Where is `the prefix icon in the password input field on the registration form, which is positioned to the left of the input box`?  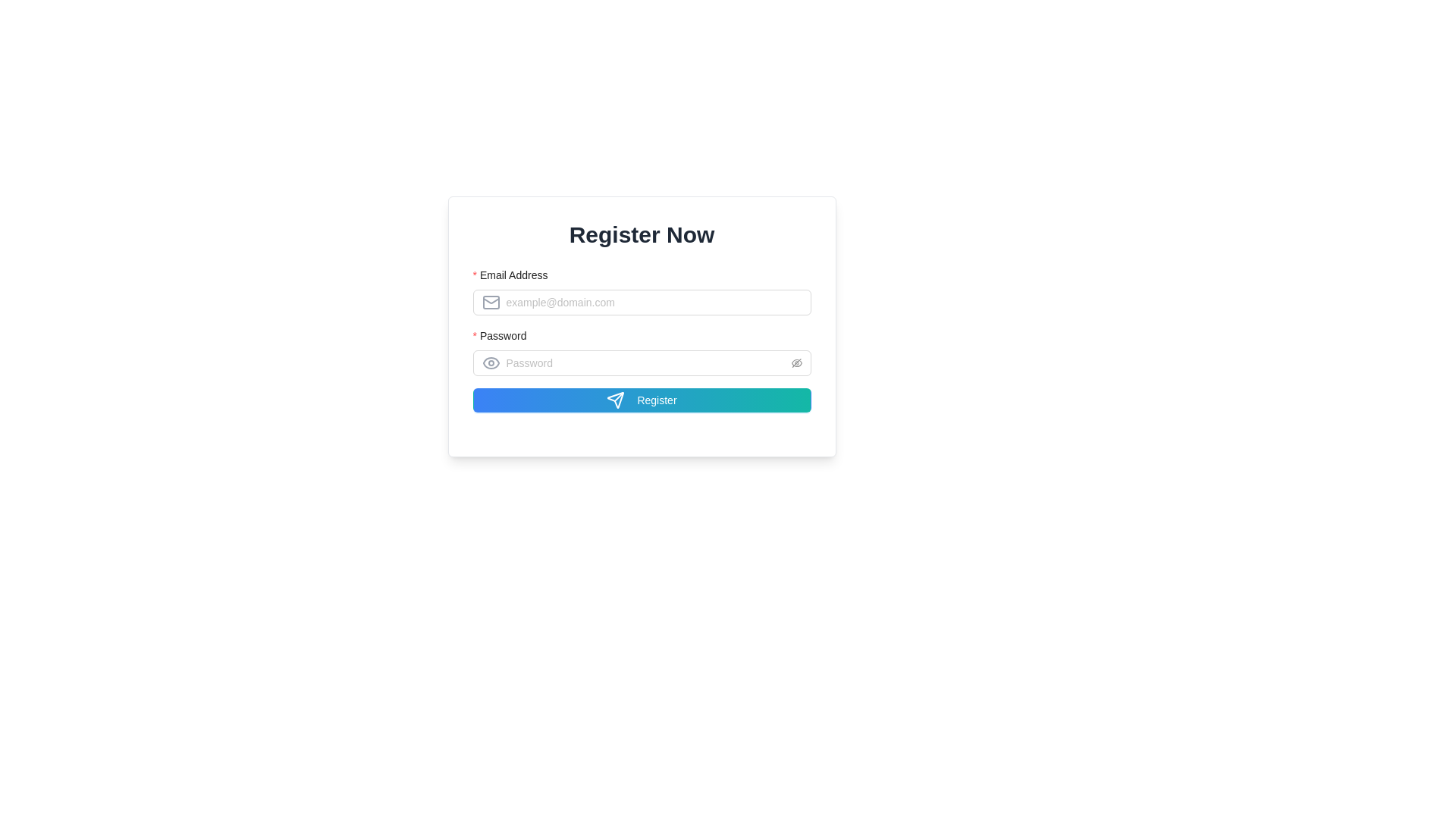
the prefix icon in the password input field on the registration form, which is positioned to the left of the input box is located at coordinates (492, 362).